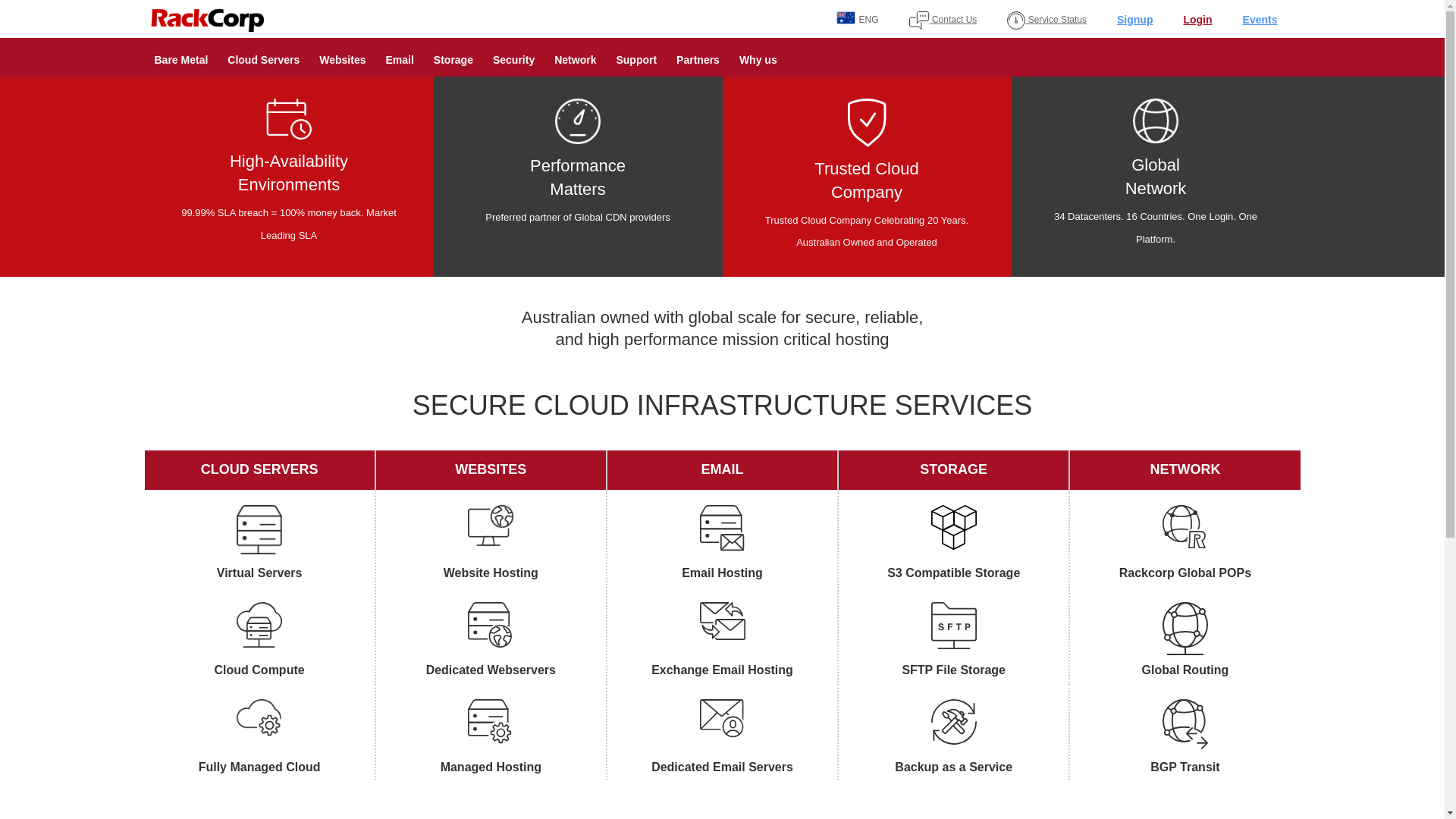 The height and width of the screenshot is (819, 1456). What do you see at coordinates (1197, 20) in the screenshot?
I see `'Login'` at bounding box center [1197, 20].